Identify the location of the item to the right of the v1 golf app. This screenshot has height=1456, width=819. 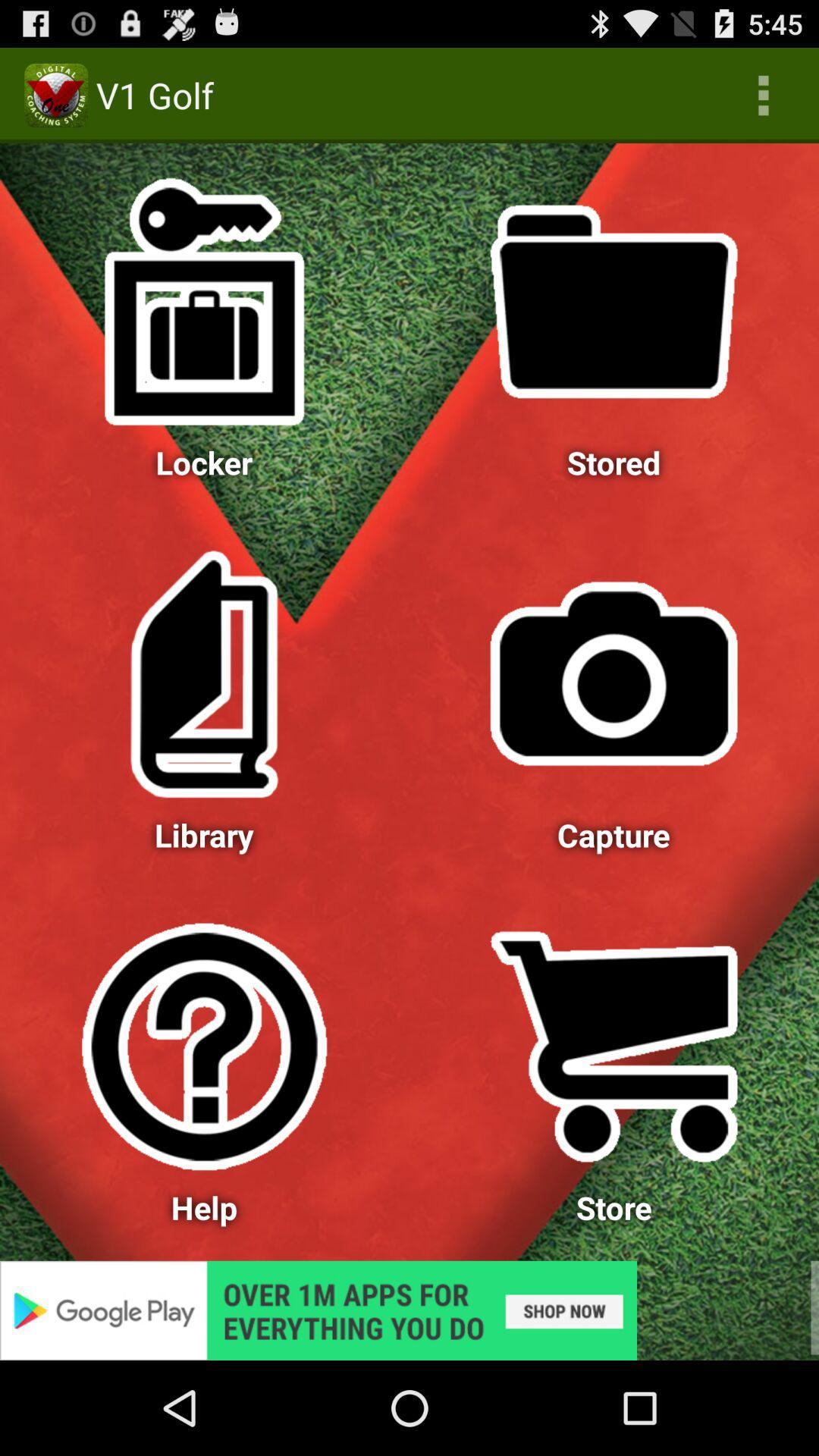
(763, 94).